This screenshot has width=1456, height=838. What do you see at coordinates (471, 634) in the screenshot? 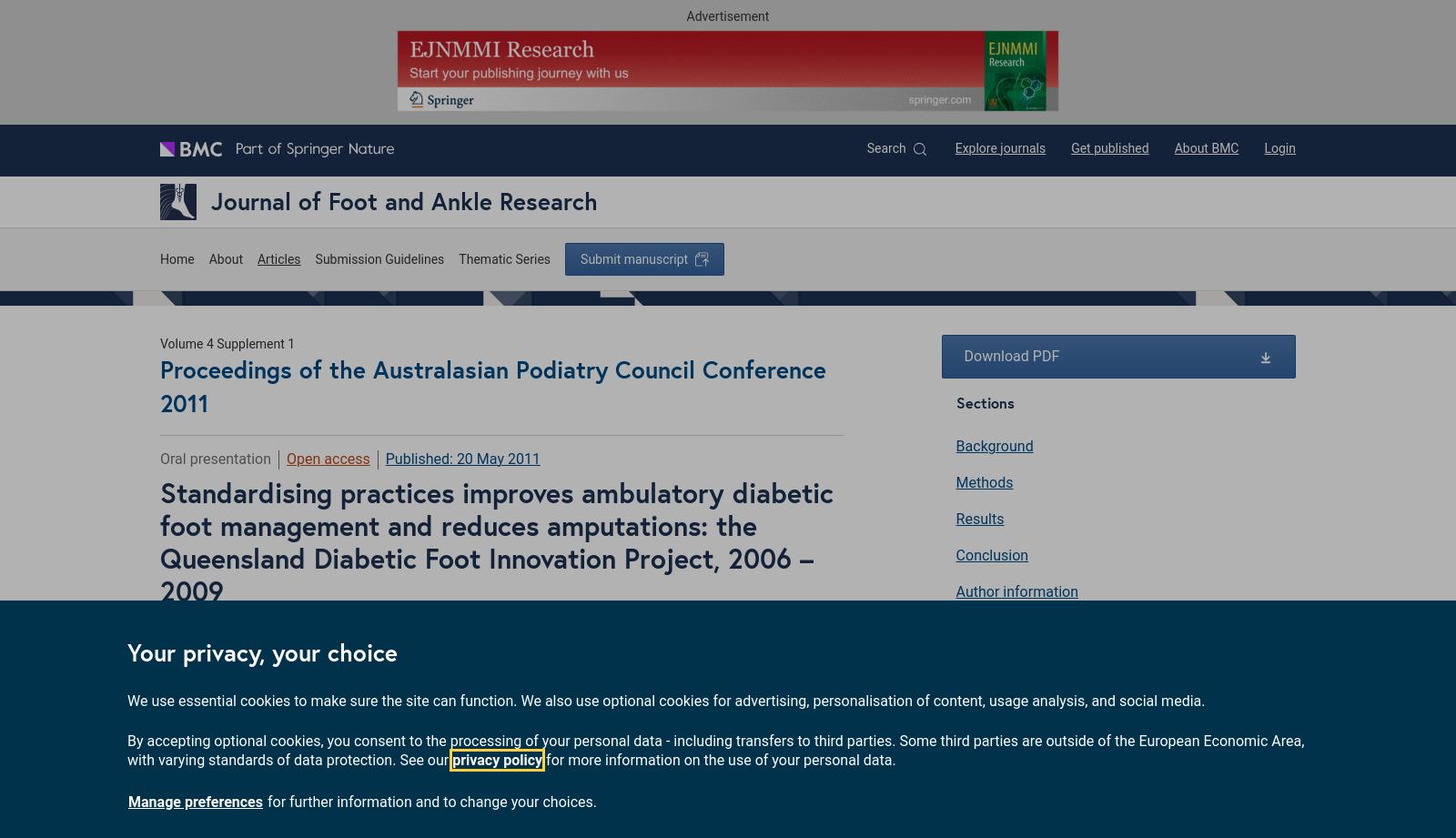
I see `'Anthony Russell'` at bounding box center [471, 634].